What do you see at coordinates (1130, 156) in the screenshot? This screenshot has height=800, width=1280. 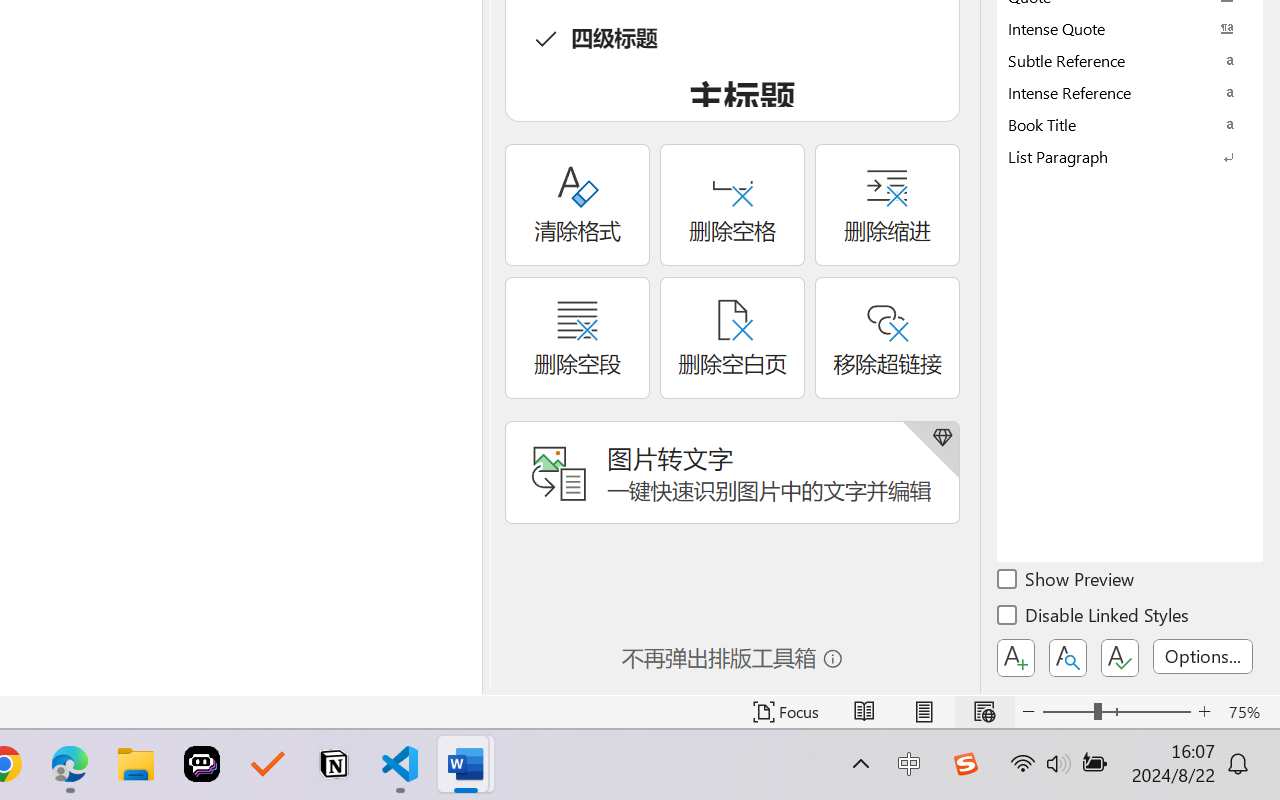 I see `'List Paragraph'` at bounding box center [1130, 156].